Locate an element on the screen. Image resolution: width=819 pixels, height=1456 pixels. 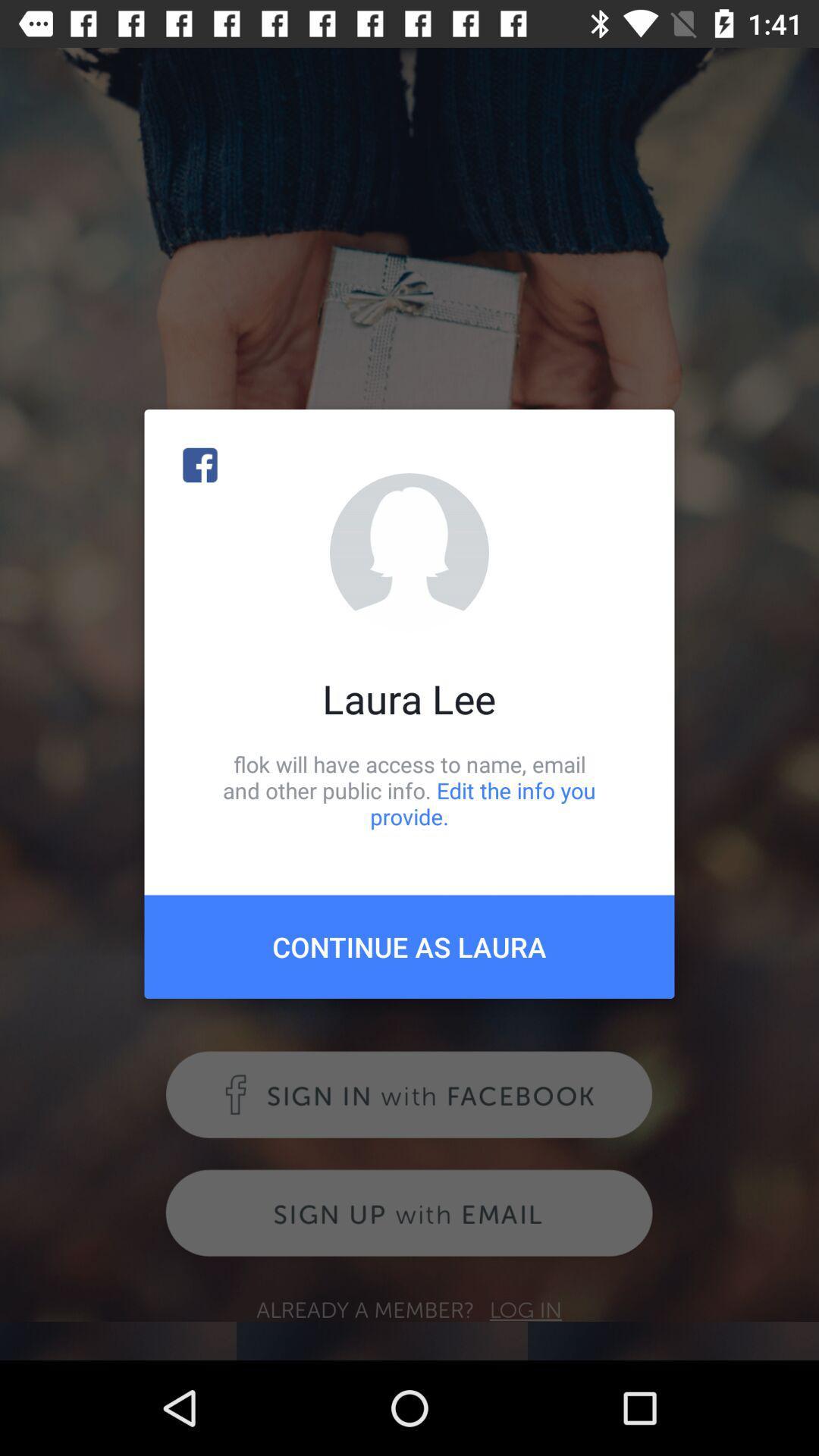
the continue as laura is located at coordinates (409, 946).